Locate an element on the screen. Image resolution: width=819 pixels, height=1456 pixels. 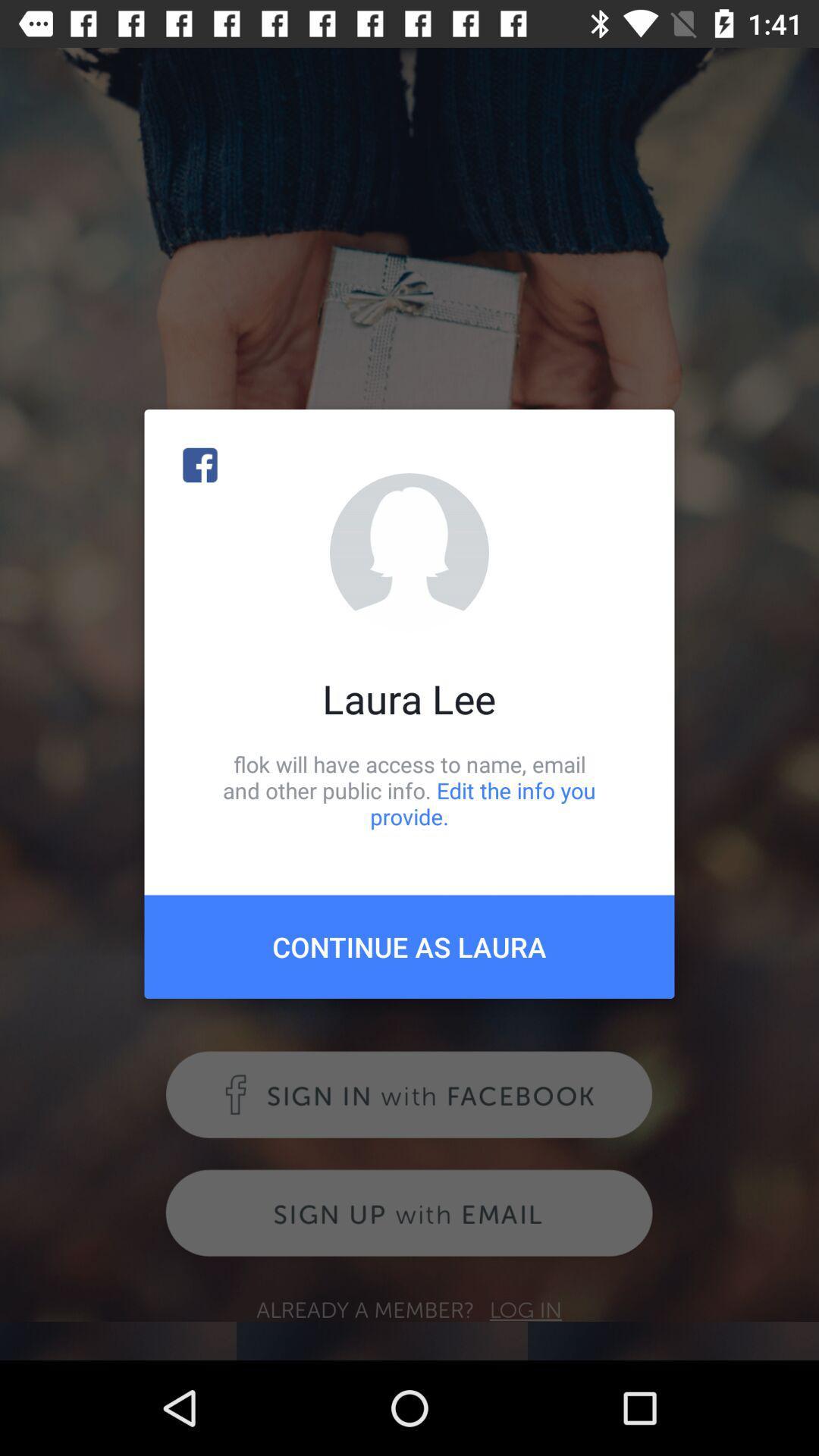
the continue as laura is located at coordinates (409, 946).